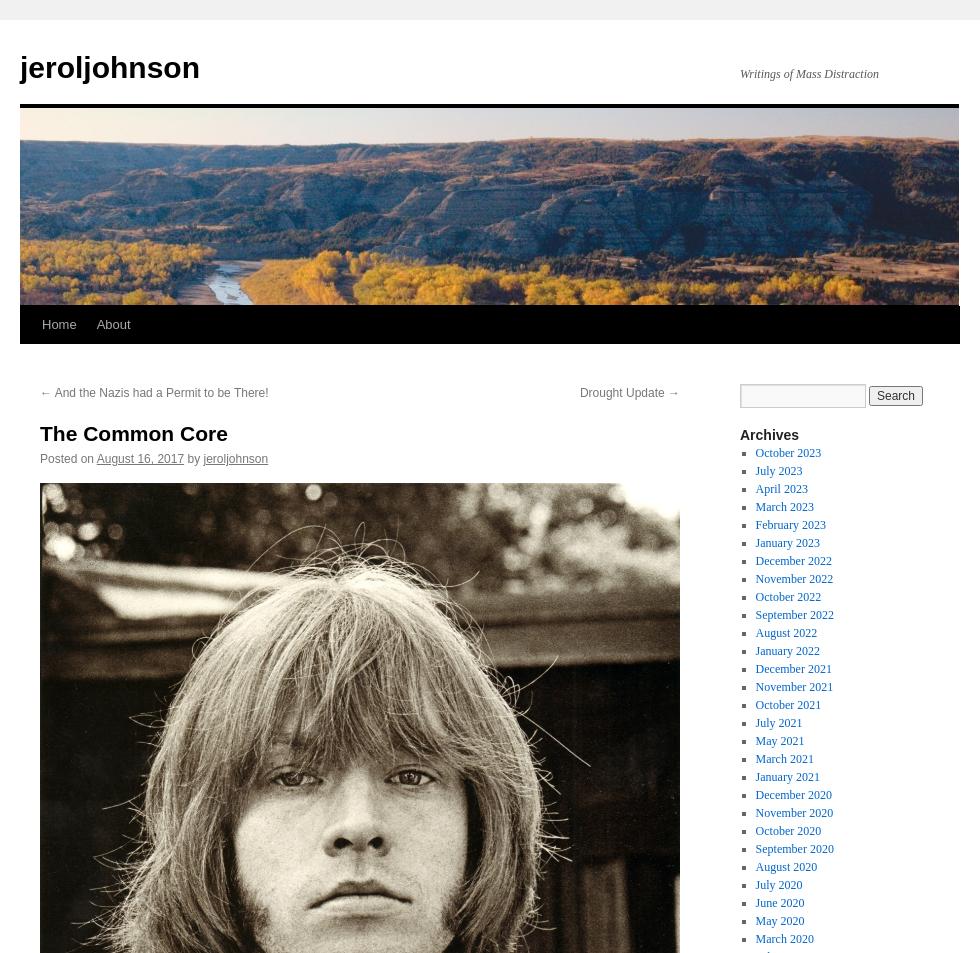 The height and width of the screenshot is (953, 980). What do you see at coordinates (779, 740) in the screenshot?
I see `'May 2021'` at bounding box center [779, 740].